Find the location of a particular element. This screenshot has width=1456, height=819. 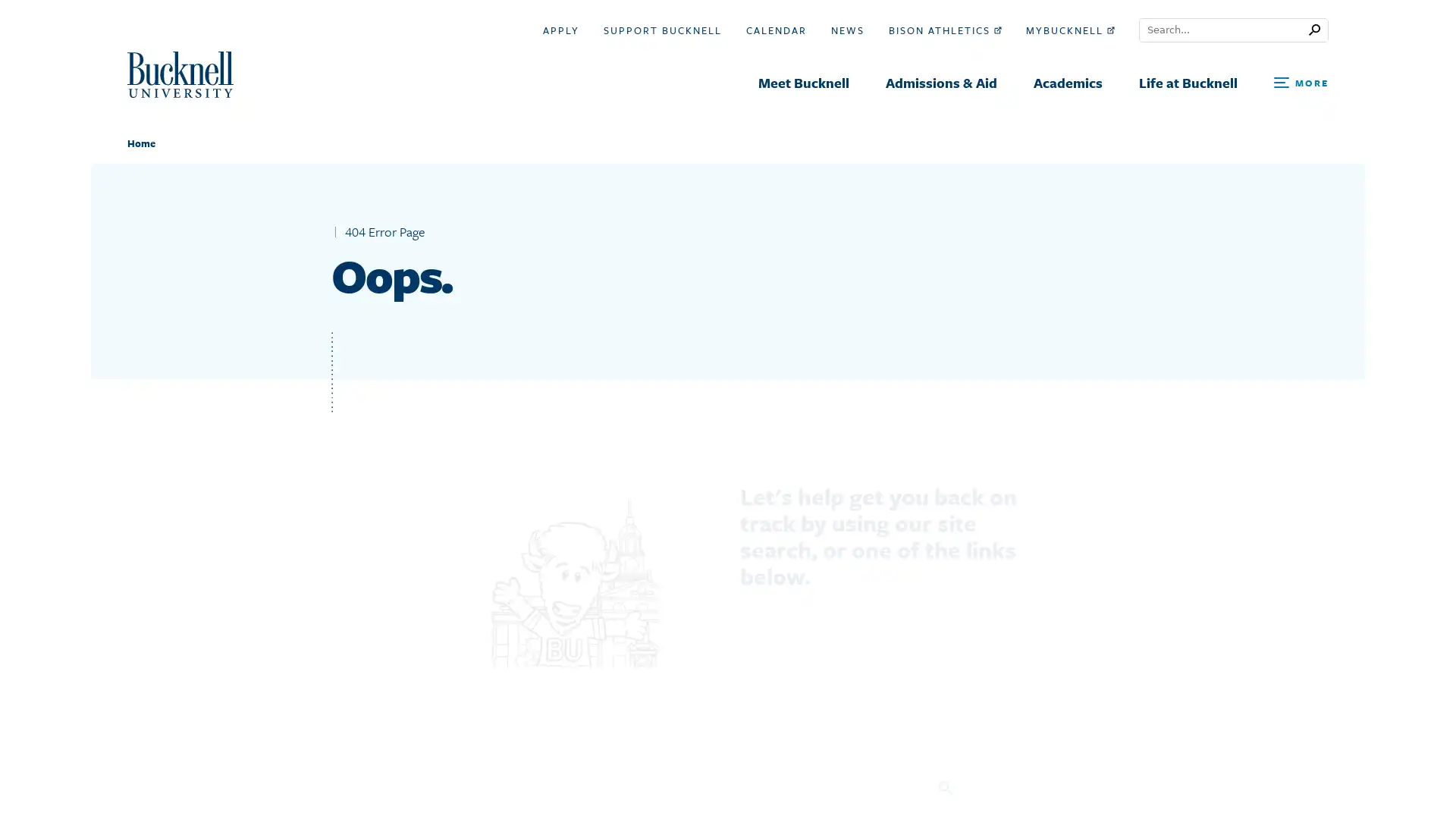

Search is located at coordinates (945, 797).